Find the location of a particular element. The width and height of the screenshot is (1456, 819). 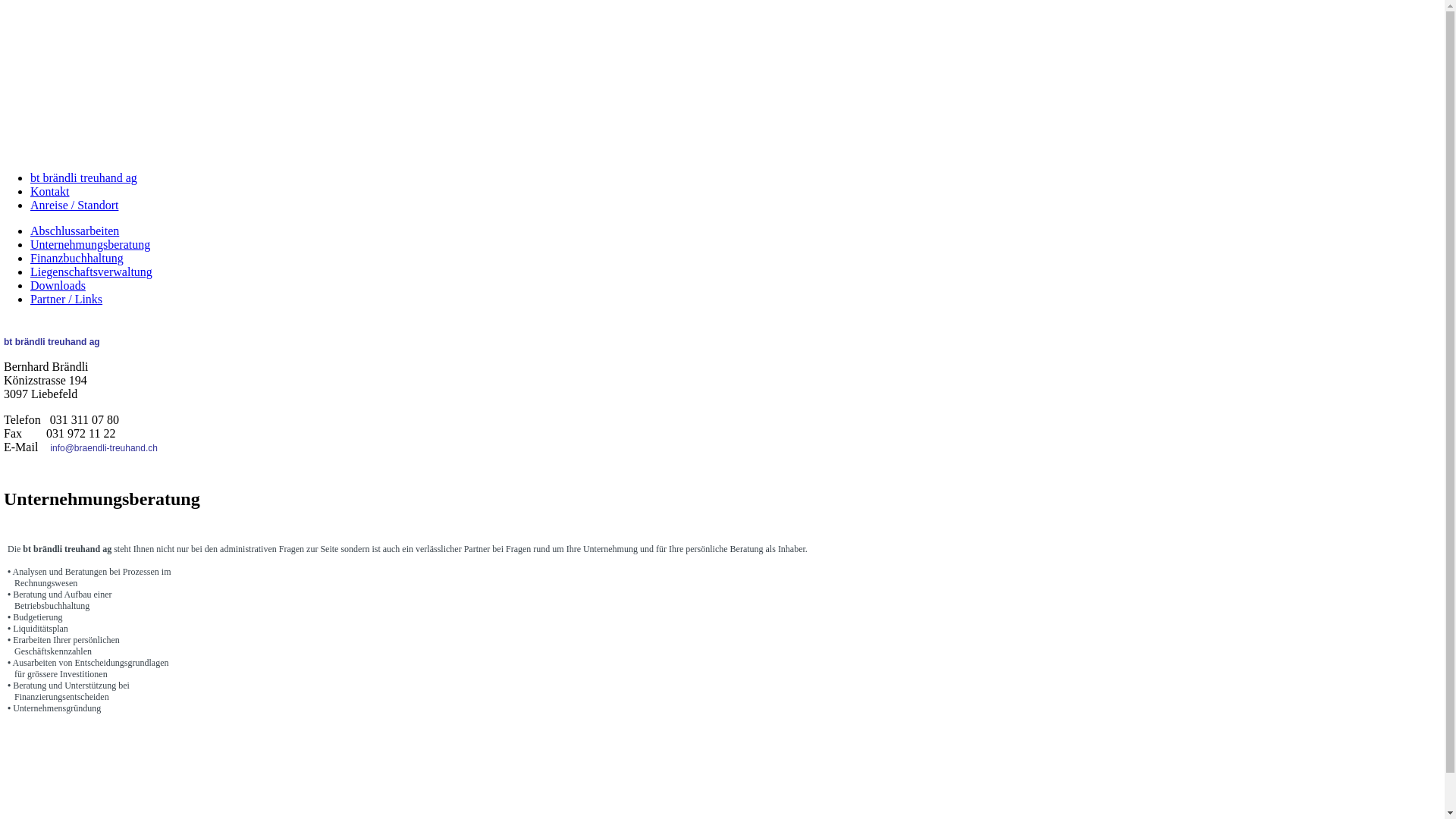

'info@braendli-treuhand.ch' is located at coordinates (103, 447).